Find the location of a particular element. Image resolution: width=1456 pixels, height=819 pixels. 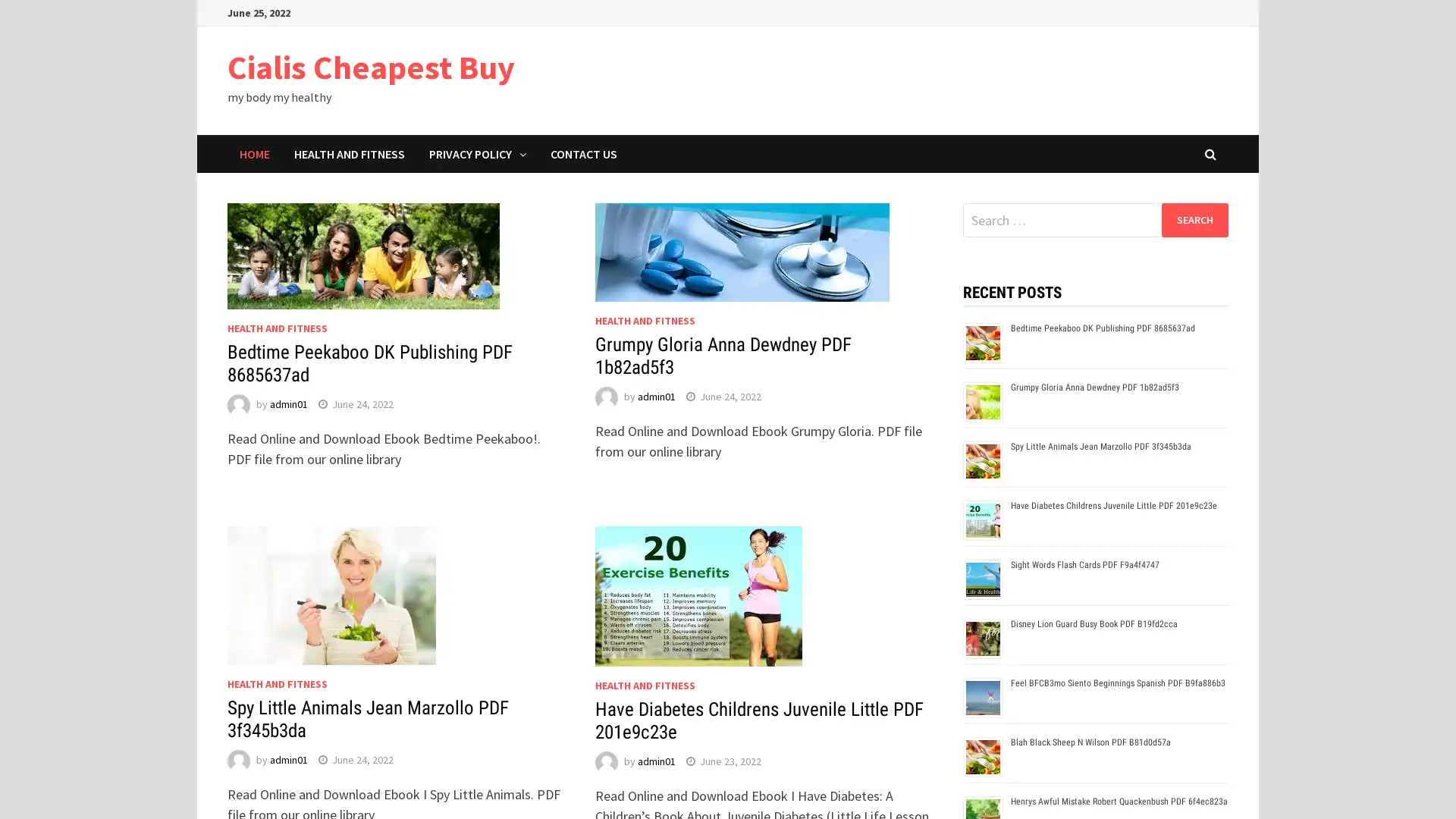

Search is located at coordinates (1194, 219).